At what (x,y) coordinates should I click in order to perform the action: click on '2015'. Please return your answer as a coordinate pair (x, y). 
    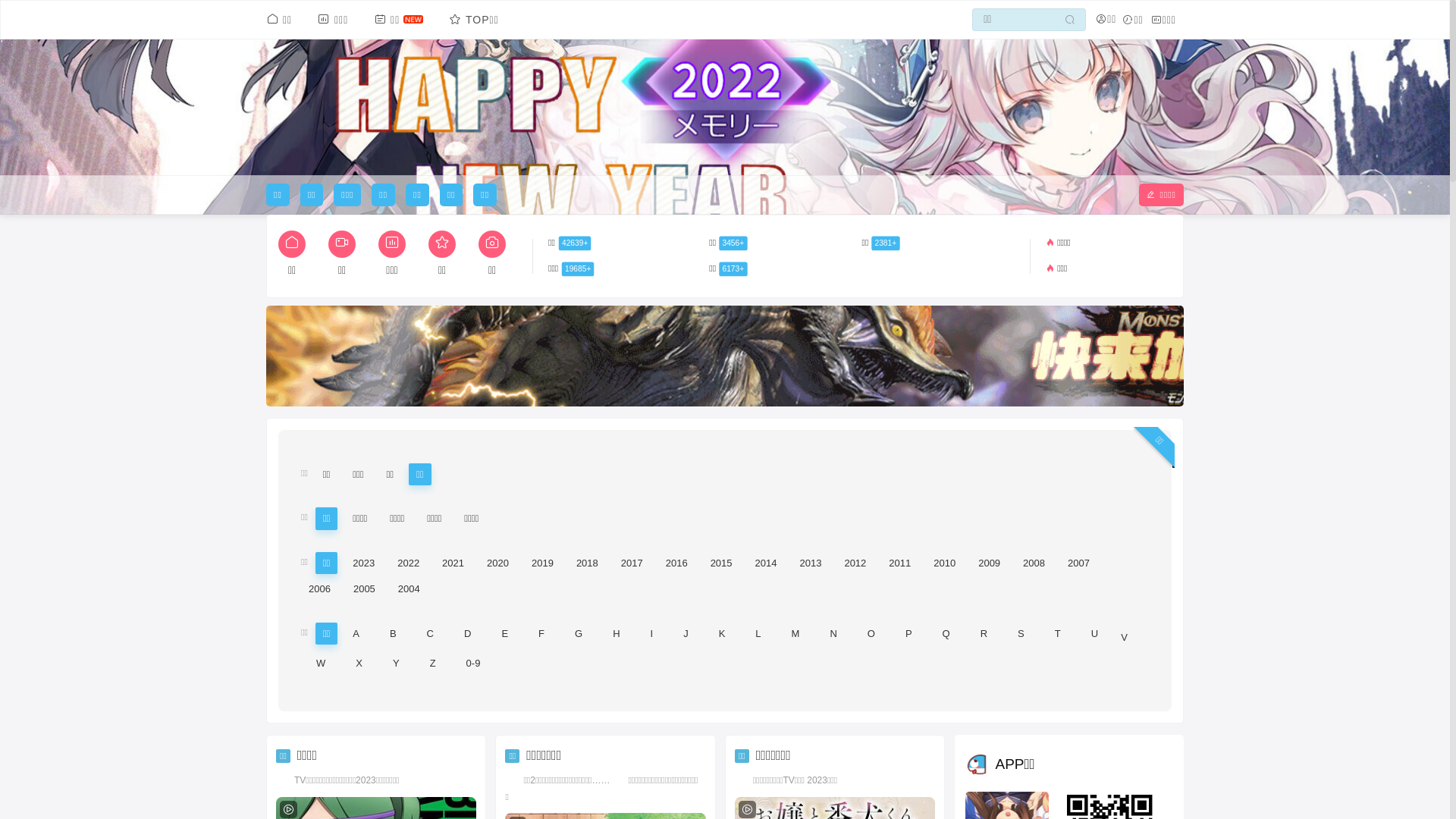
    Looking at the image, I should click on (720, 563).